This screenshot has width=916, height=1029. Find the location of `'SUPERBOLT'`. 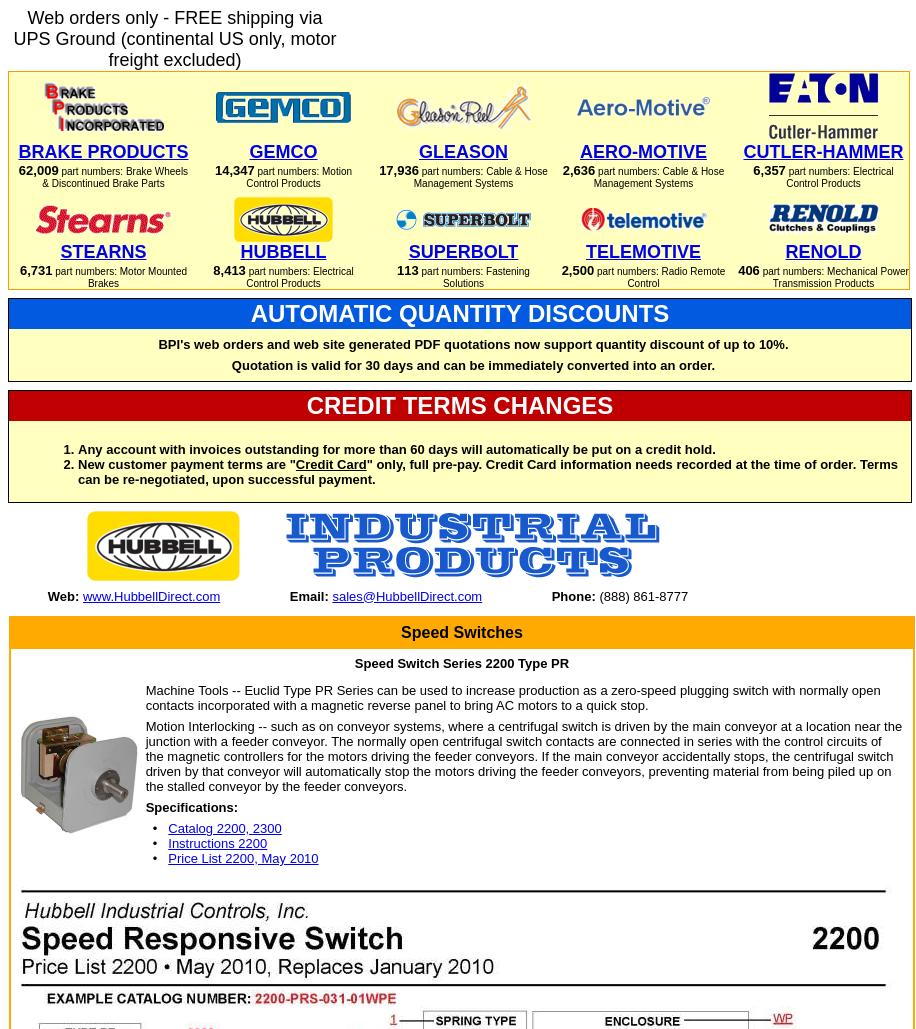

'SUPERBOLT' is located at coordinates (406, 251).